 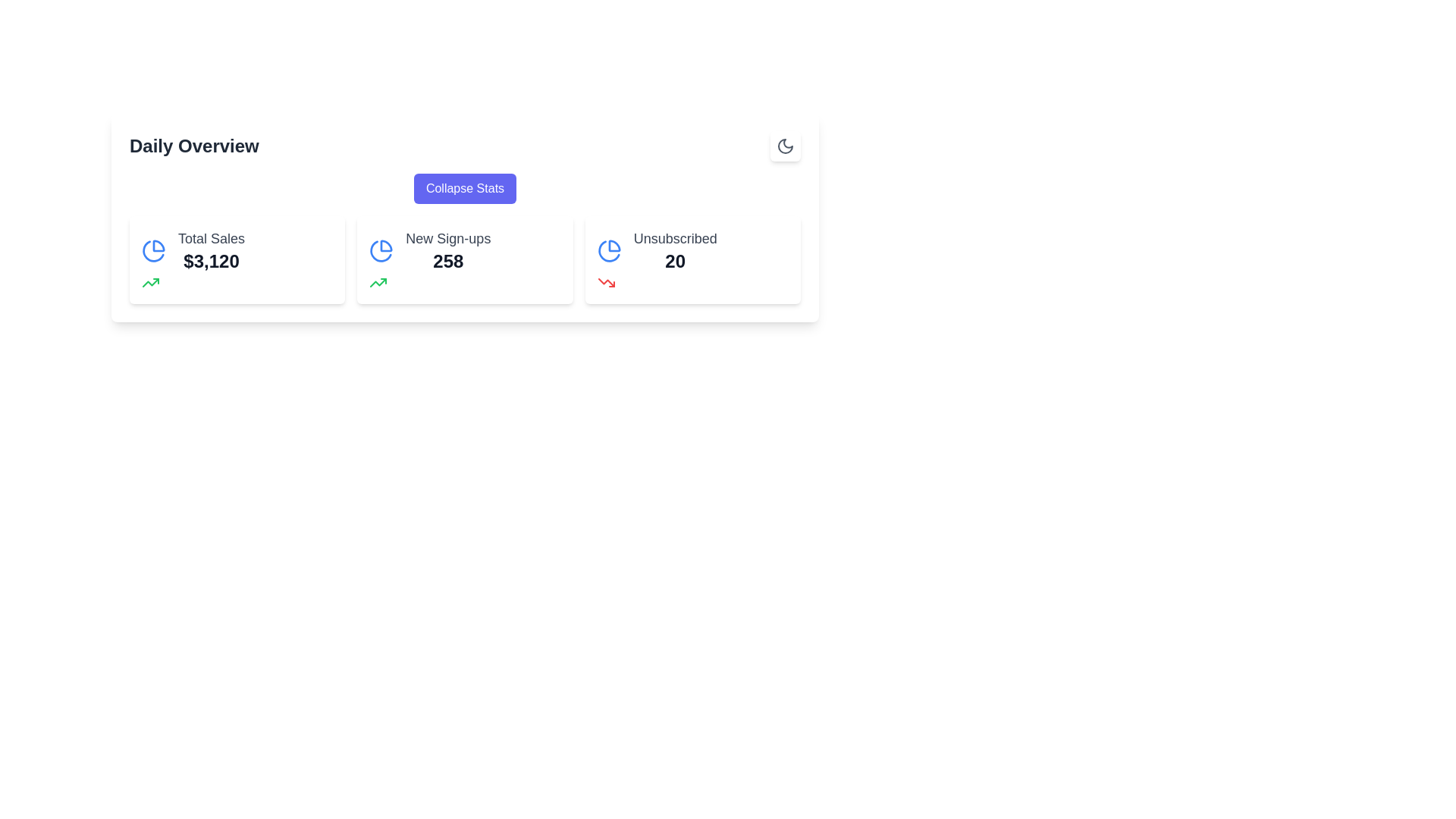 I want to click on the Text Label displaying the monetary value that summarizes total sales, located below the 'Total Sales' label in a card-like UI component, so click(x=210, y=260).